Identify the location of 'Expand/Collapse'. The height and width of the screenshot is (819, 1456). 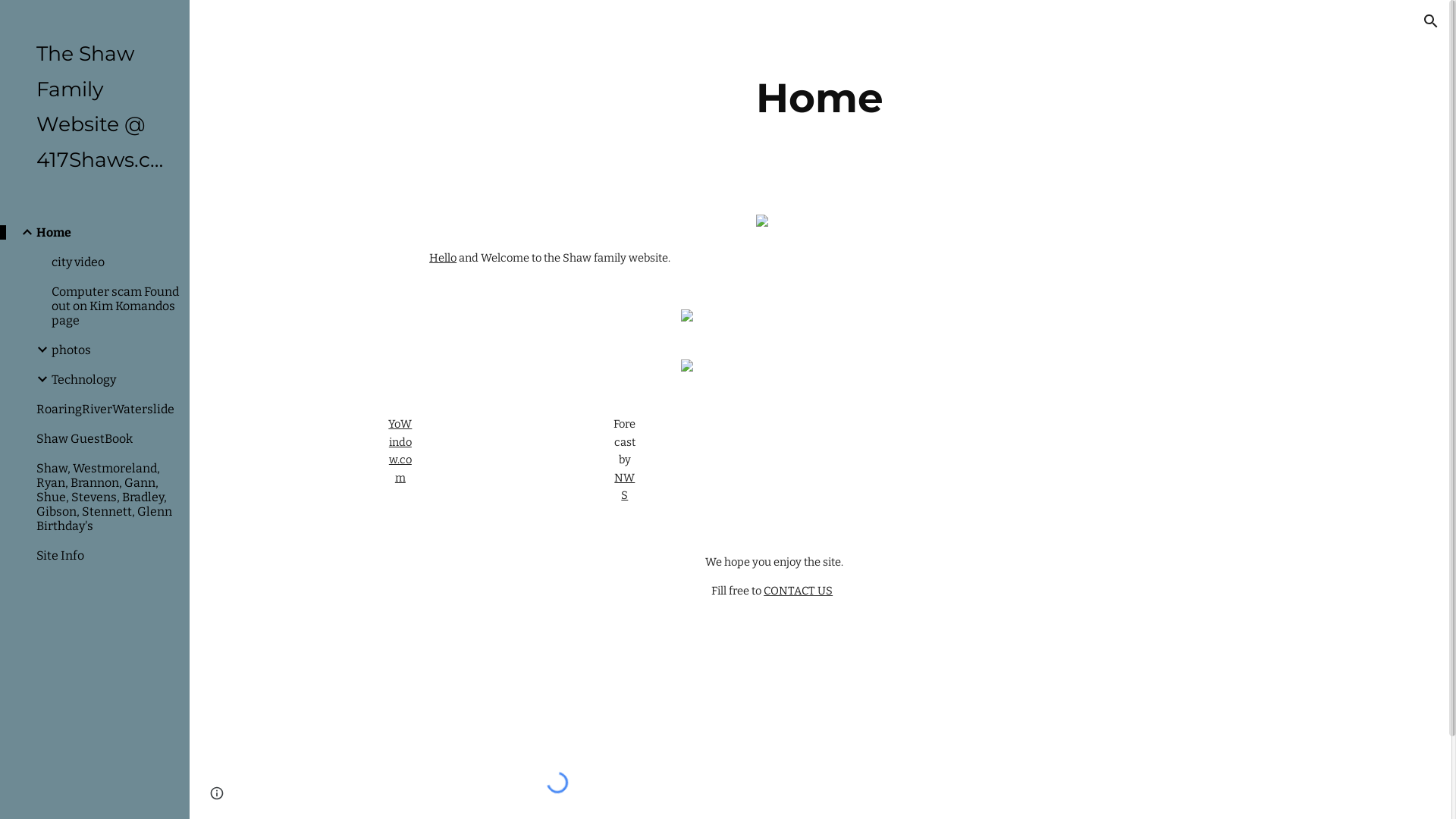
(37, 350).